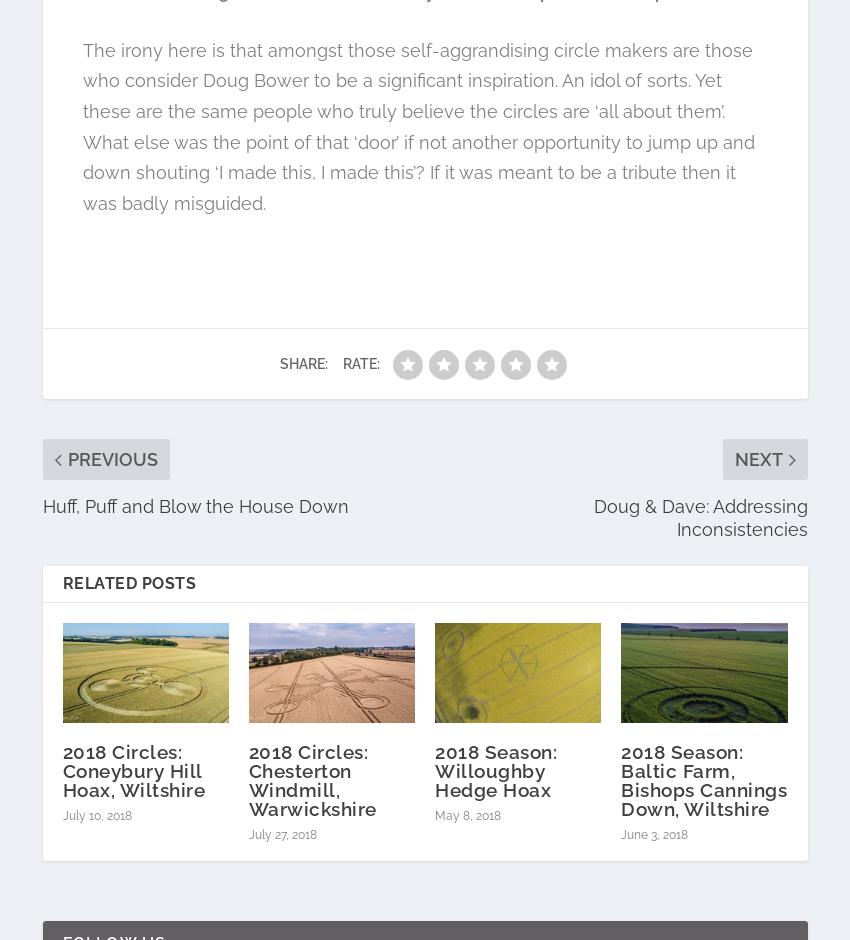  I want to click on 'May 8, 2018', so click(434, 814).